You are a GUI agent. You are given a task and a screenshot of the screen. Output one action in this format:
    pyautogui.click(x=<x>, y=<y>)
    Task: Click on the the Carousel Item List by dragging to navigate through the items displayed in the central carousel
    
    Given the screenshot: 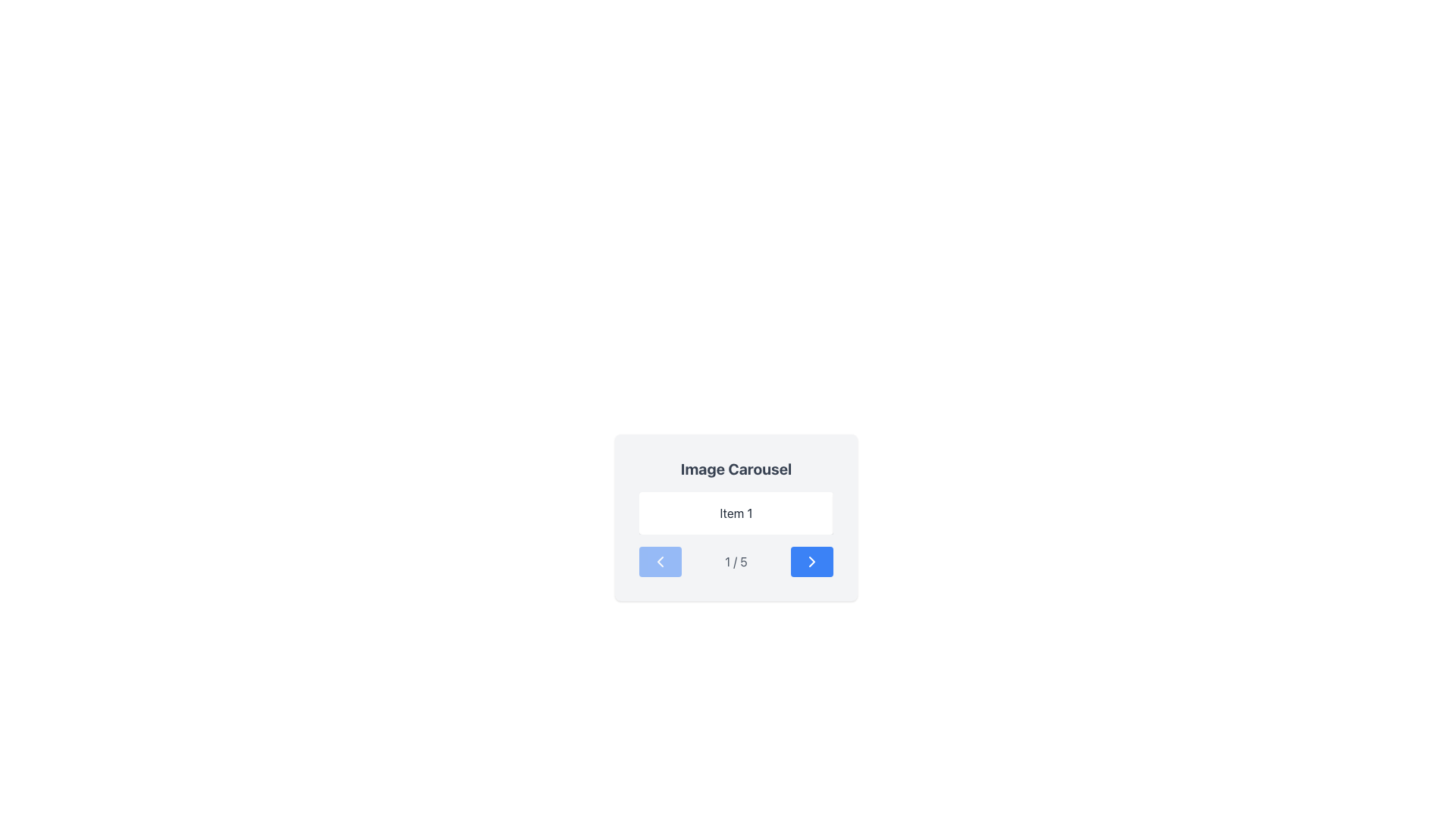 What is the action you would take?
    pyautogui.click(x=736, y=513)
    